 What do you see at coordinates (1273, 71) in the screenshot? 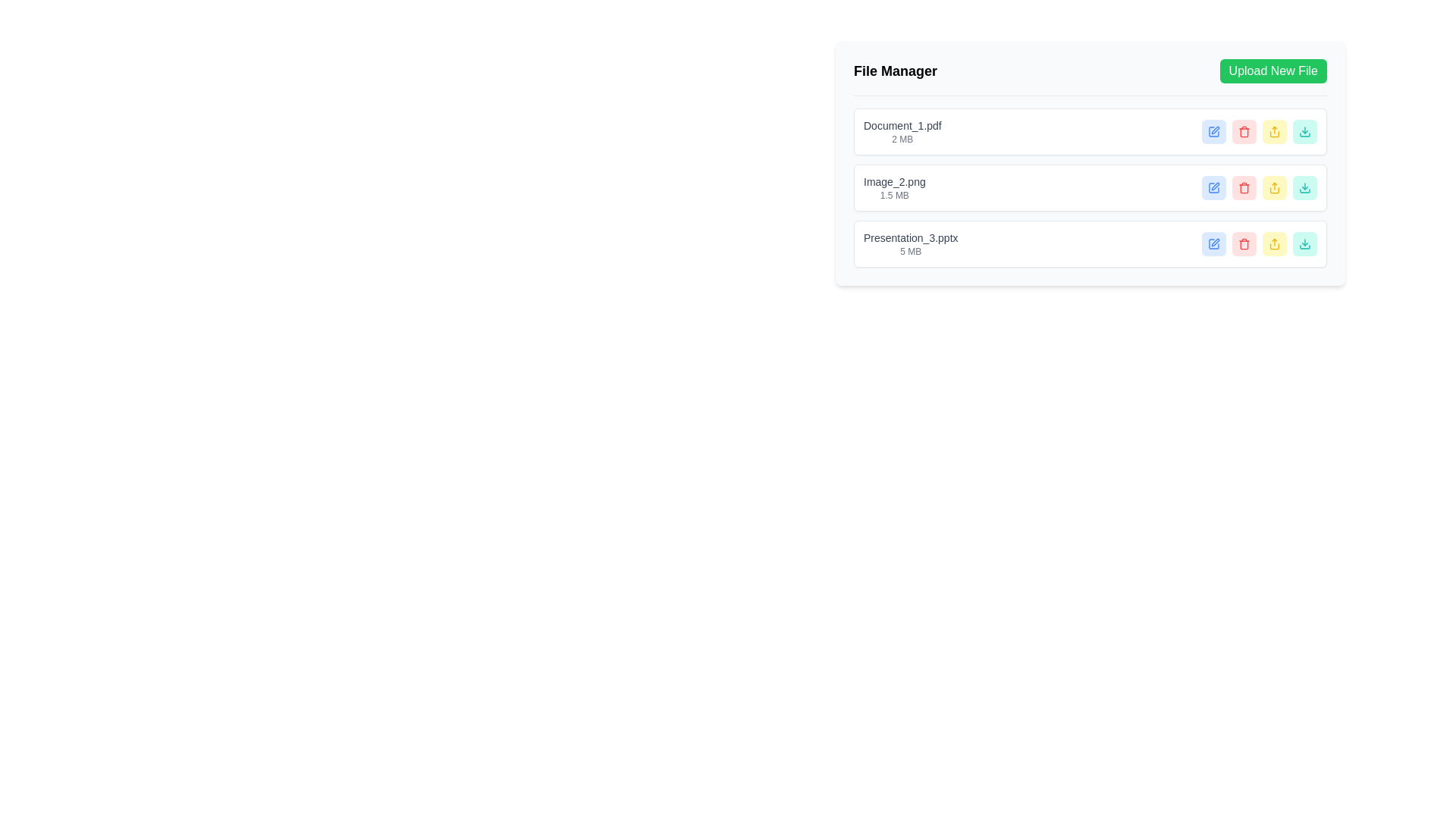
I see `the button located in the top right corner of the 'File Manager' section to change its background to a lighter green shade` at bounding box center [1273, 71].